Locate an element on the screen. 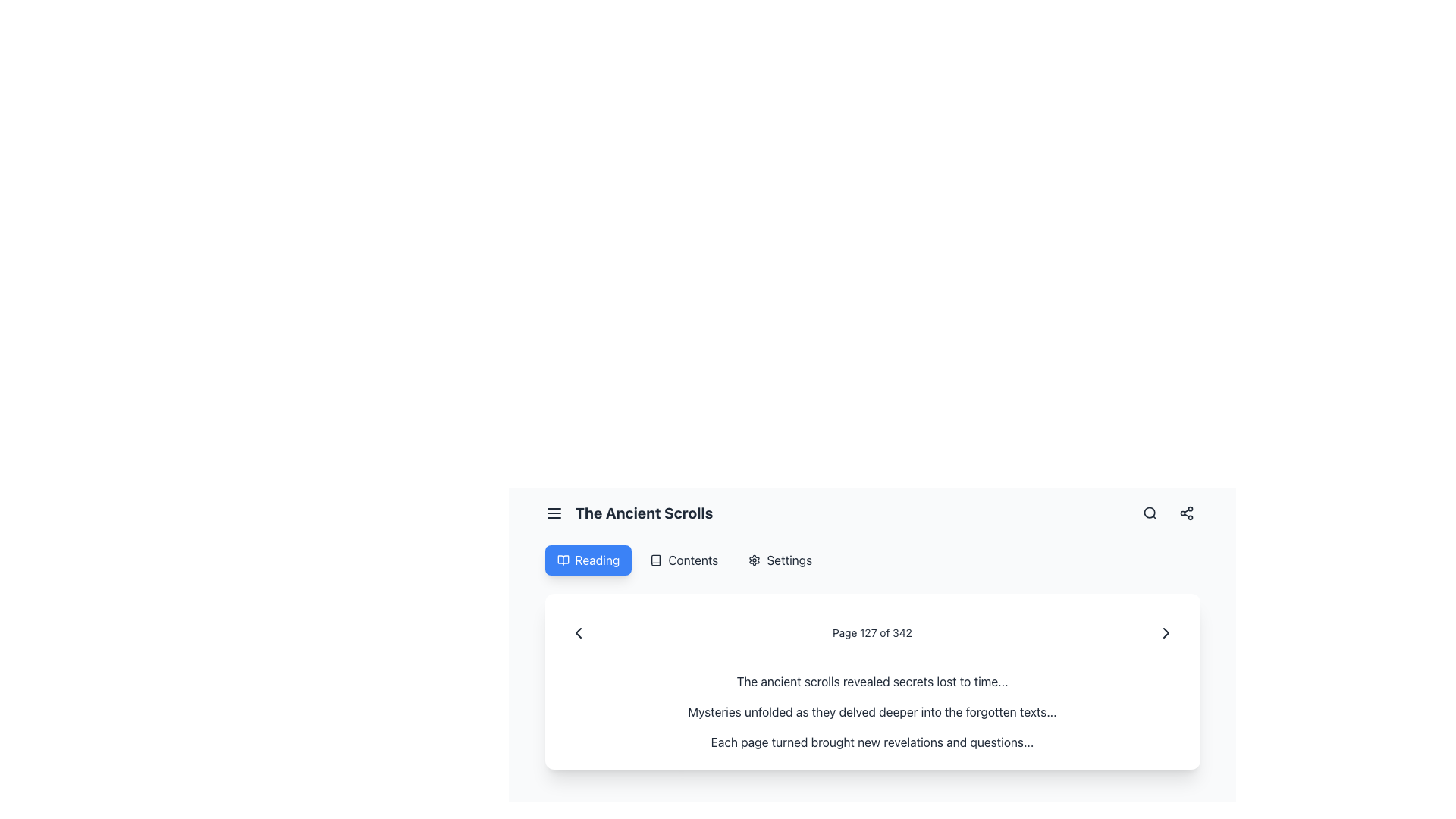 Image resolution: width=1456 pixels, height=819 pixels. the second paragraph element which presents a specific segment of narrative text, located slightly below the middle of the overall interface is located at coordinates (872, 711).